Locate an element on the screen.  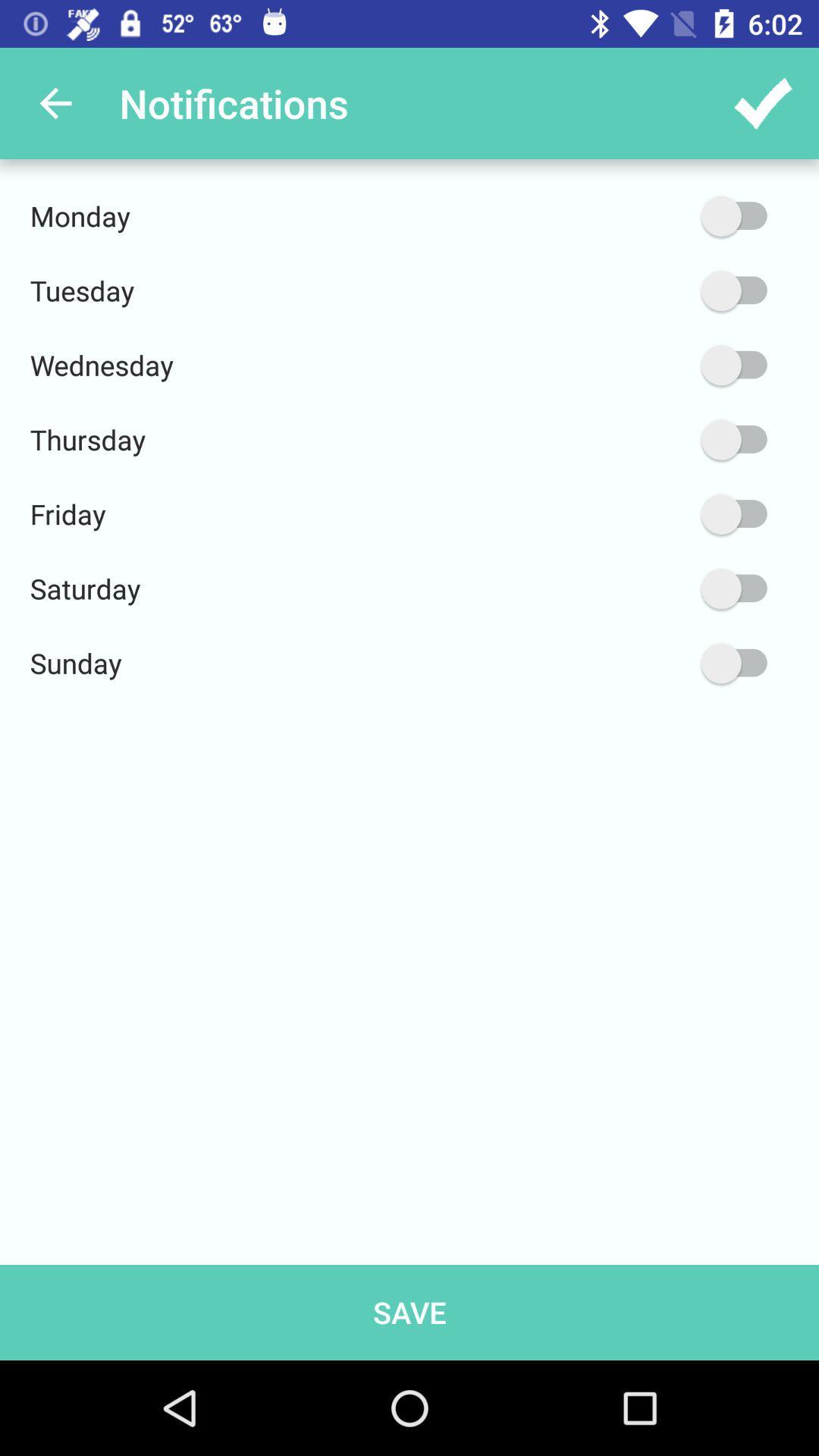
the monday option is located at coordinates (661, 215).